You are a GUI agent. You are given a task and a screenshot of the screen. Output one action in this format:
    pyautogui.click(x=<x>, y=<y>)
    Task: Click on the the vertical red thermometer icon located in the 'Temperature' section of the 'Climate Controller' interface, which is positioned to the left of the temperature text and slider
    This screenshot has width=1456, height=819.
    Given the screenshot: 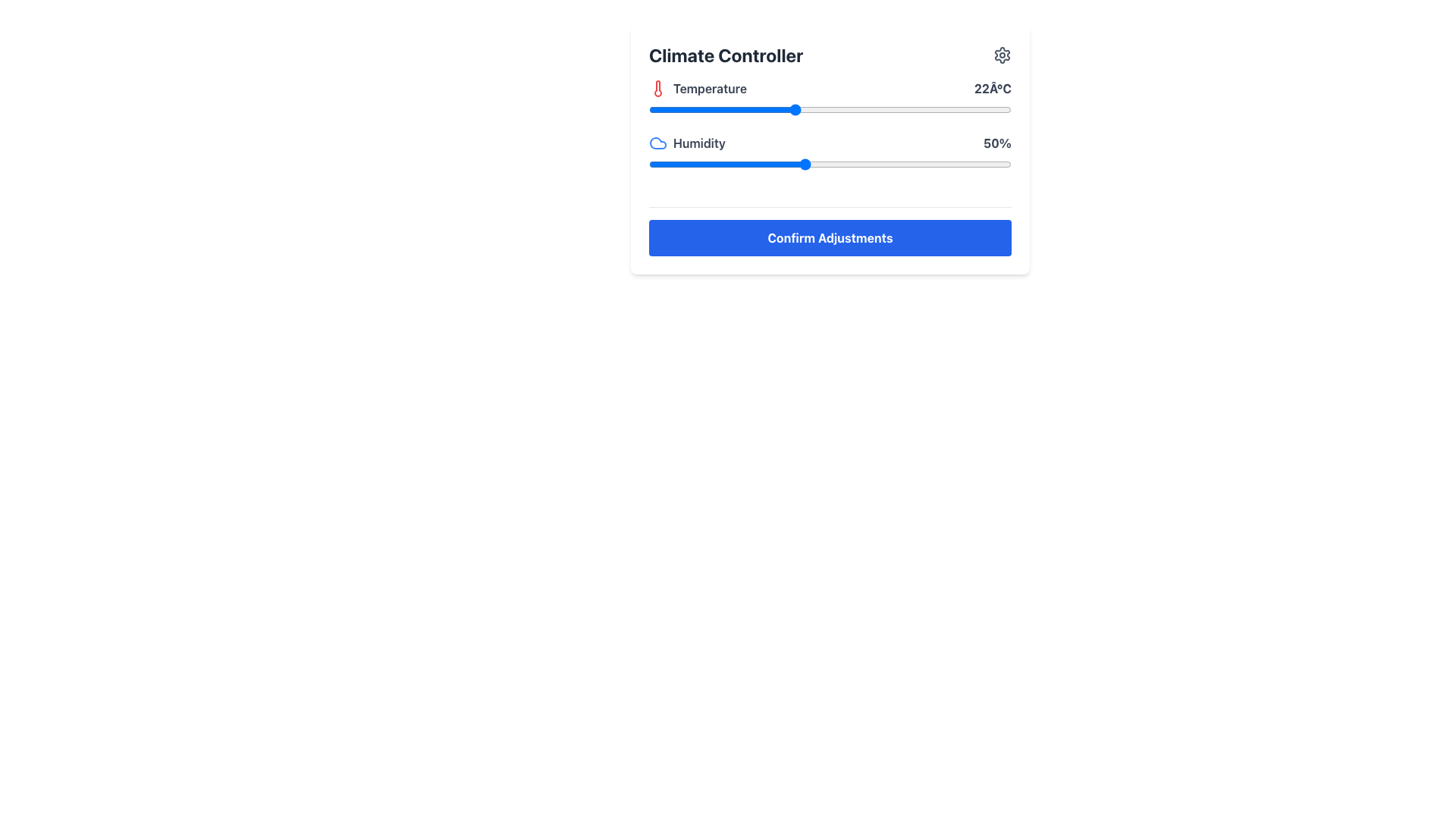 What is the action you would take?
    pyautogui.click(x=658, y=88)
    